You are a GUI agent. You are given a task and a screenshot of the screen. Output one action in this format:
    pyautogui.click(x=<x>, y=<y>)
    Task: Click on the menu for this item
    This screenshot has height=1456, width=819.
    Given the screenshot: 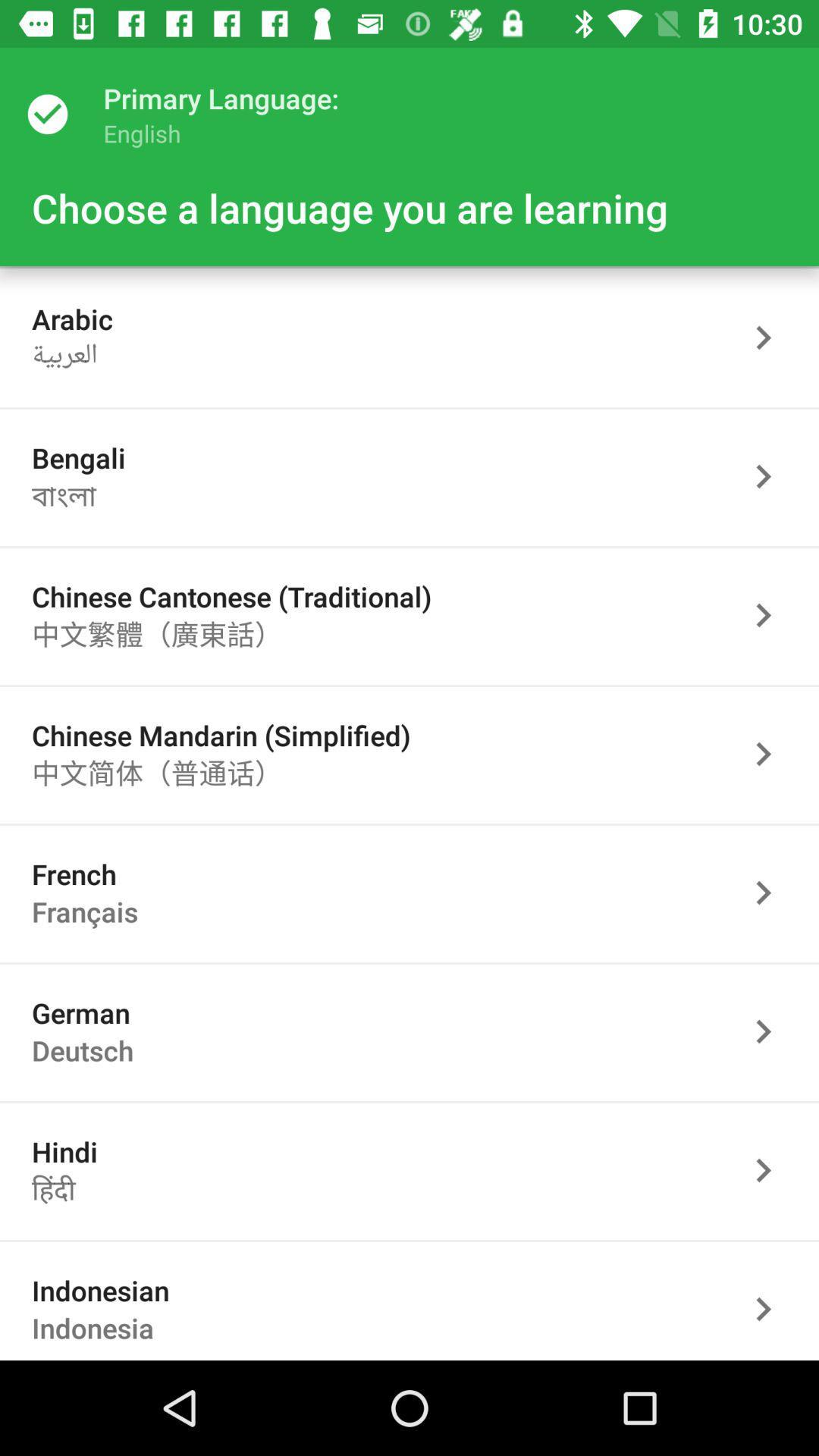 What is the action you would take?
    pyautogui.click(x=771, y=1169)
    